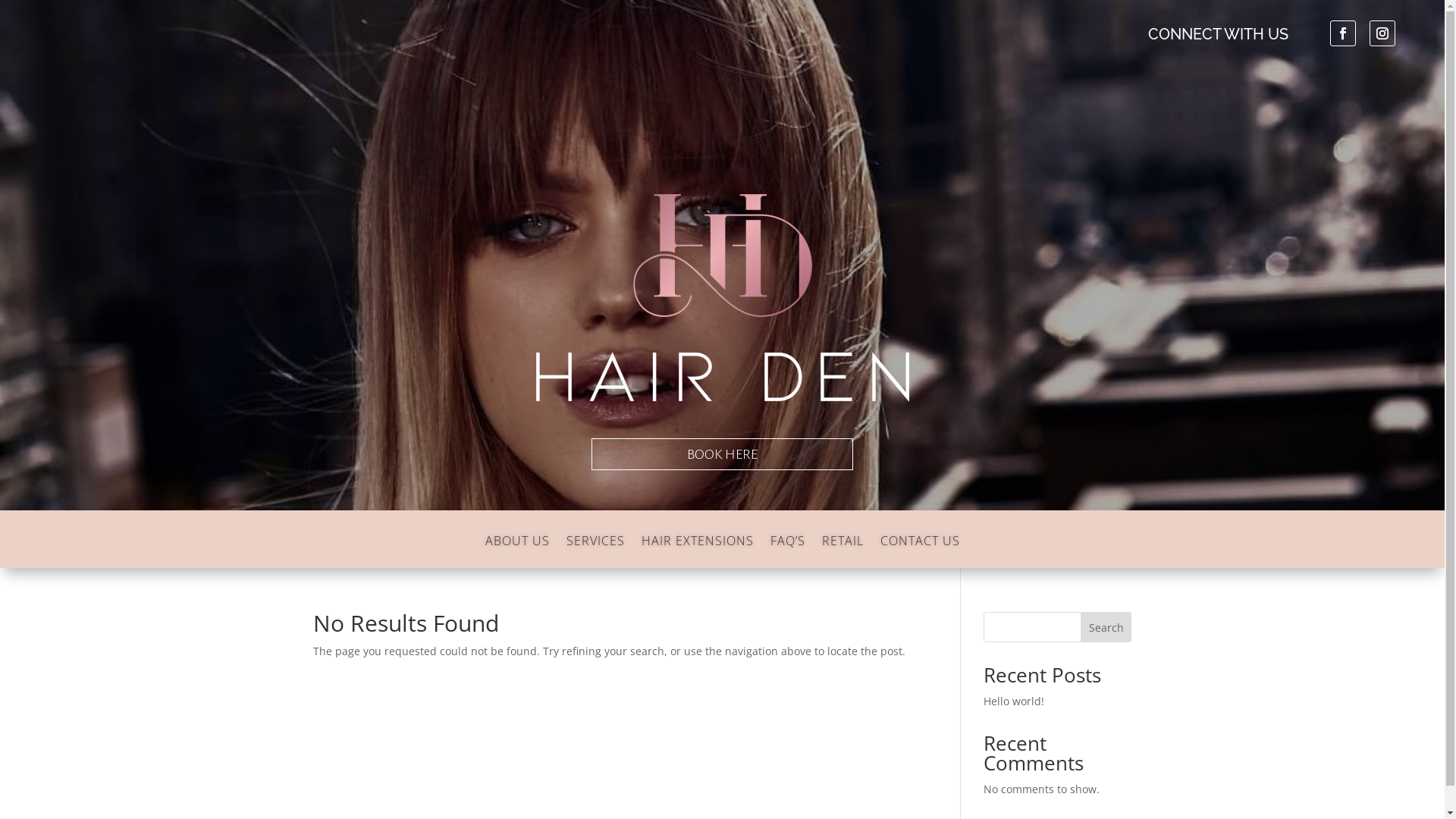 This screenshot has width=1456, height=819. I want to click on 'HAIR EXTENSIONS', so click(697, 551).